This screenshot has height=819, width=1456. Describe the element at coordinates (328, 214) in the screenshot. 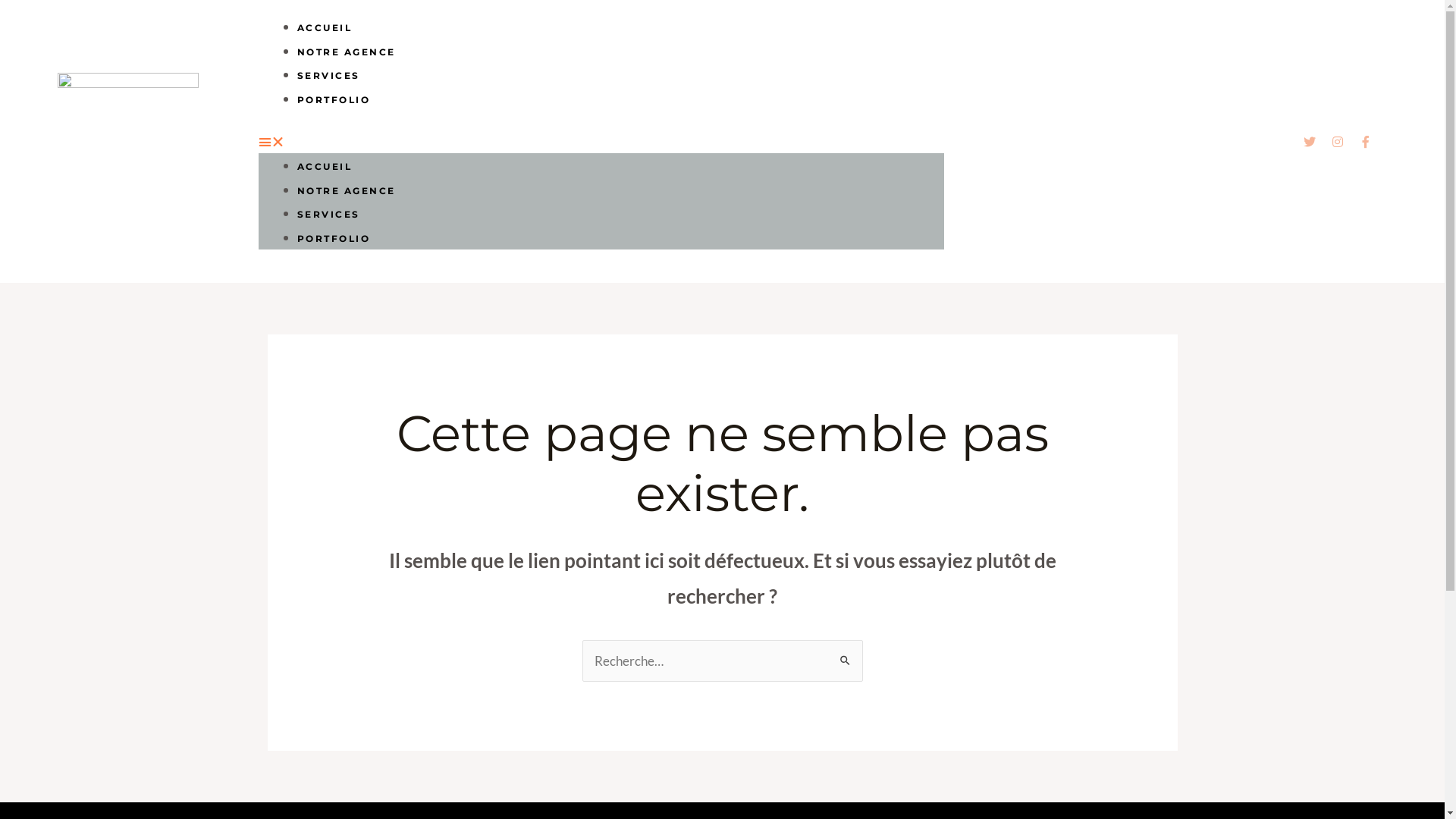

I see `'SERVICES'` at that location.